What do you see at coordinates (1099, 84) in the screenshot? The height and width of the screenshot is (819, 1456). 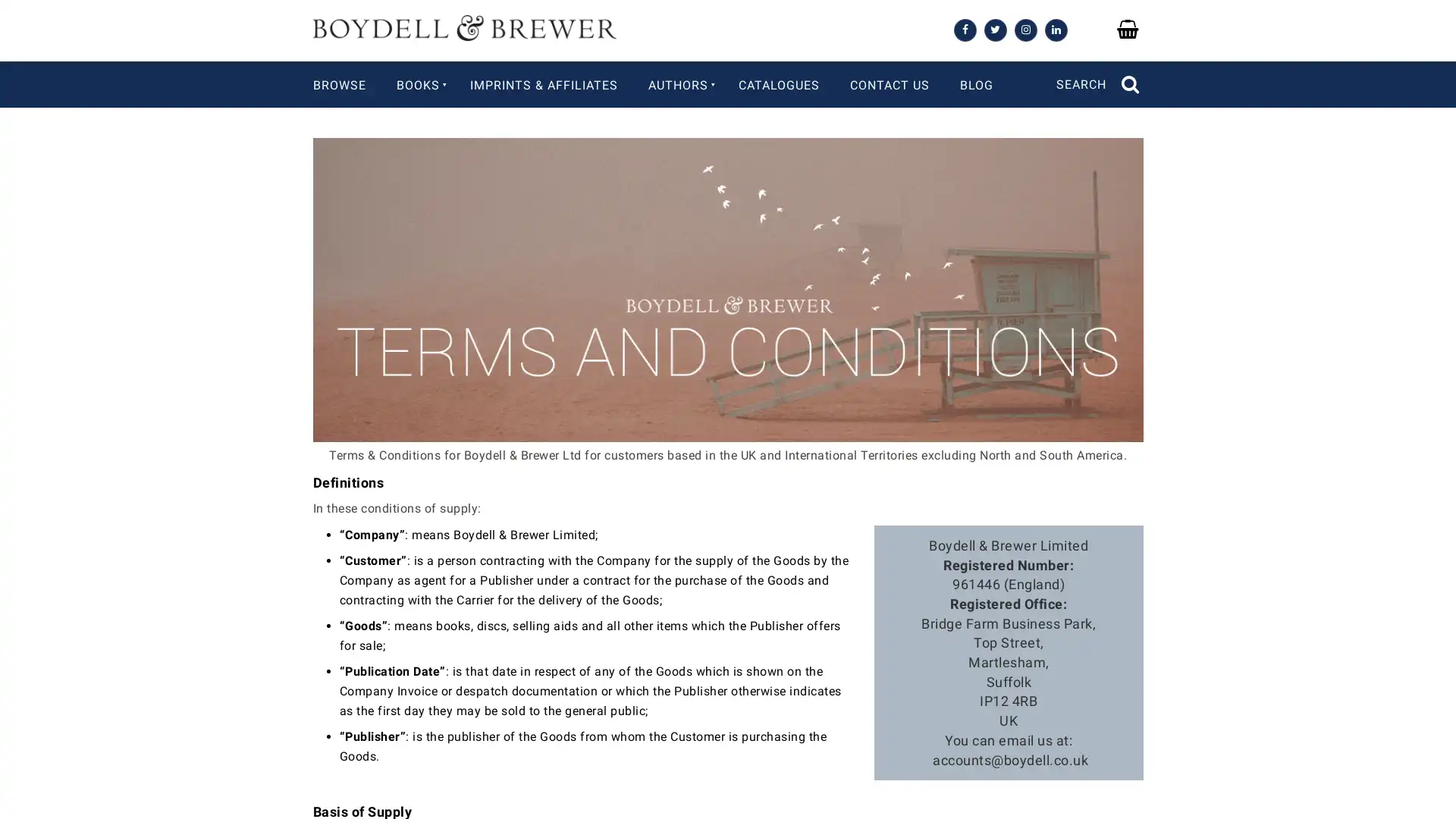 I see `SEARCH` at bounding box center [1099, 84].